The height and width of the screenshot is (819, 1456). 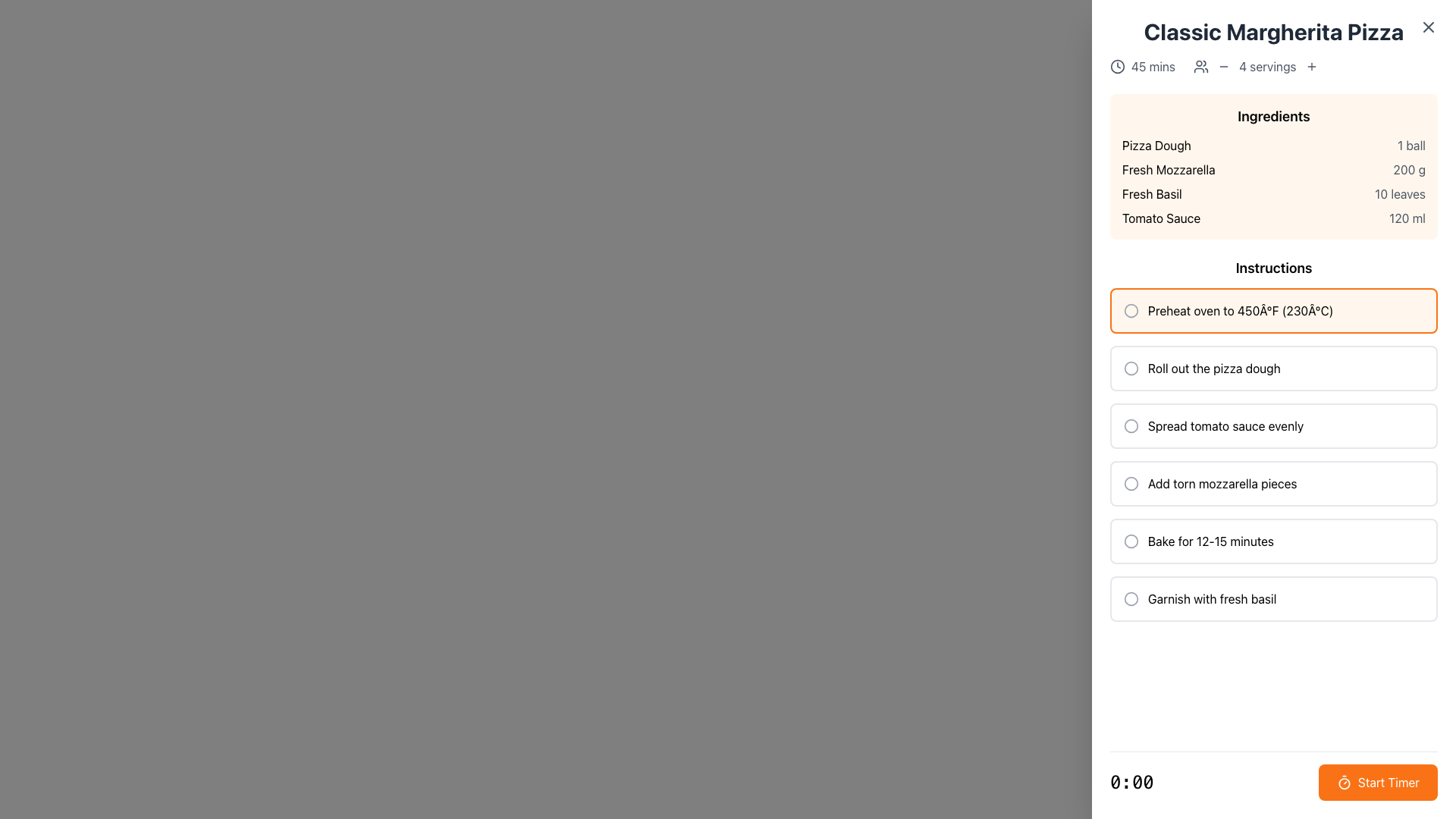 What do you see at coordinates (1274, 540) in the screenshot?
I see `the button labeled 'Bake for 12-15 minutes' which is located in the 'Instructions' section, positioned between 'Add torn mozzarella pieces' and 'Garnish with fresh basil.'` at bounding box center [1274, 540].